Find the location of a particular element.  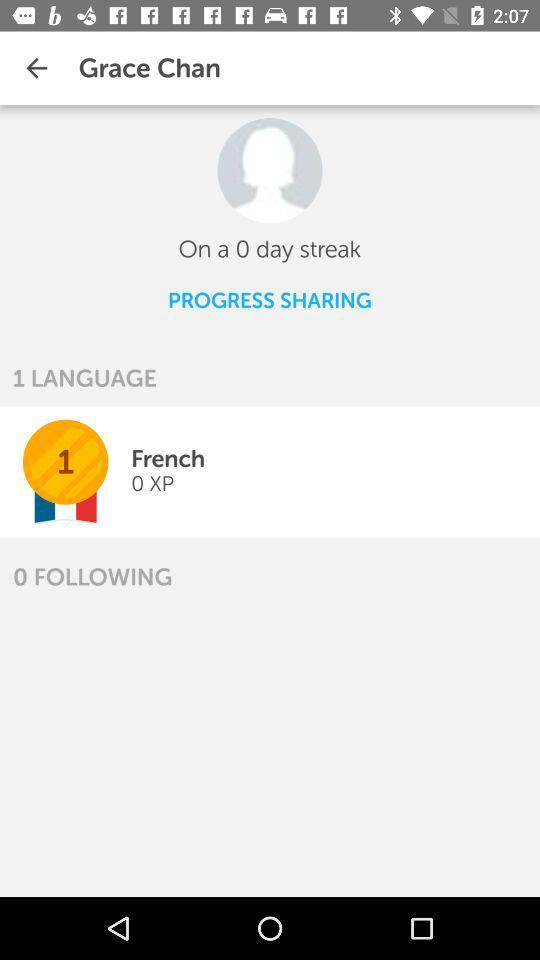

1 language icon is located at coordinates (83, 377).